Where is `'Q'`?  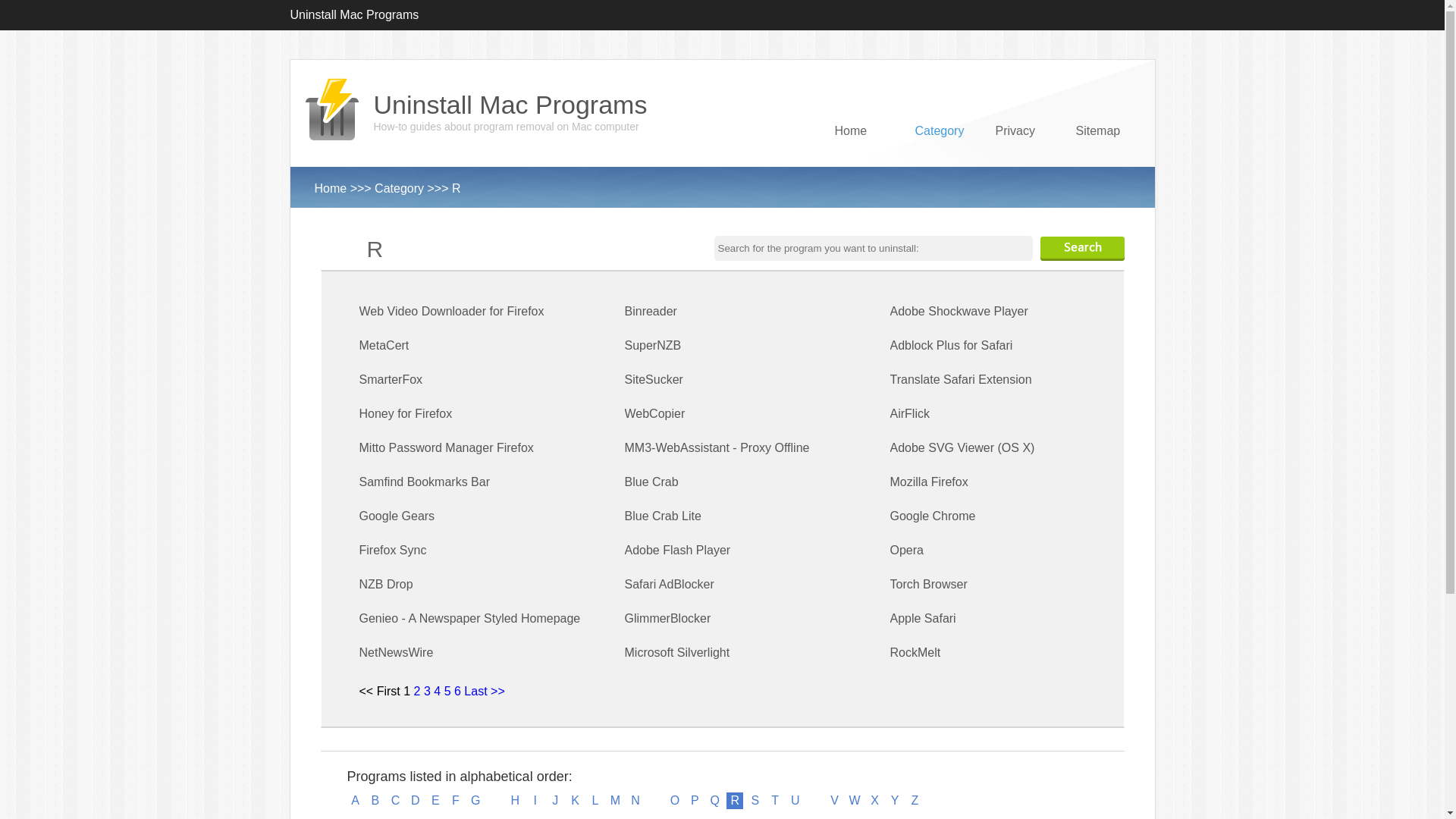
'Q' is located at coordinates (714, 800).